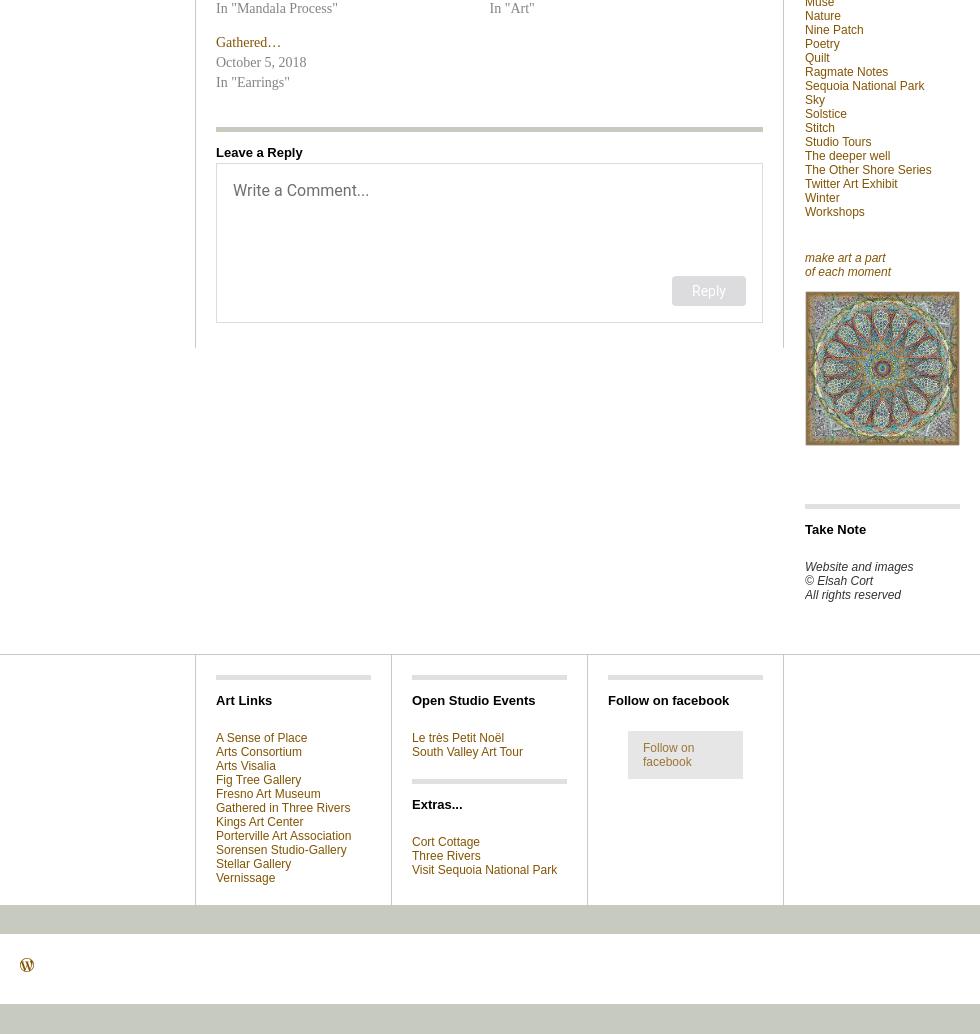  I want to click on 'Gathered in Three Rivers', so click(283, 806).